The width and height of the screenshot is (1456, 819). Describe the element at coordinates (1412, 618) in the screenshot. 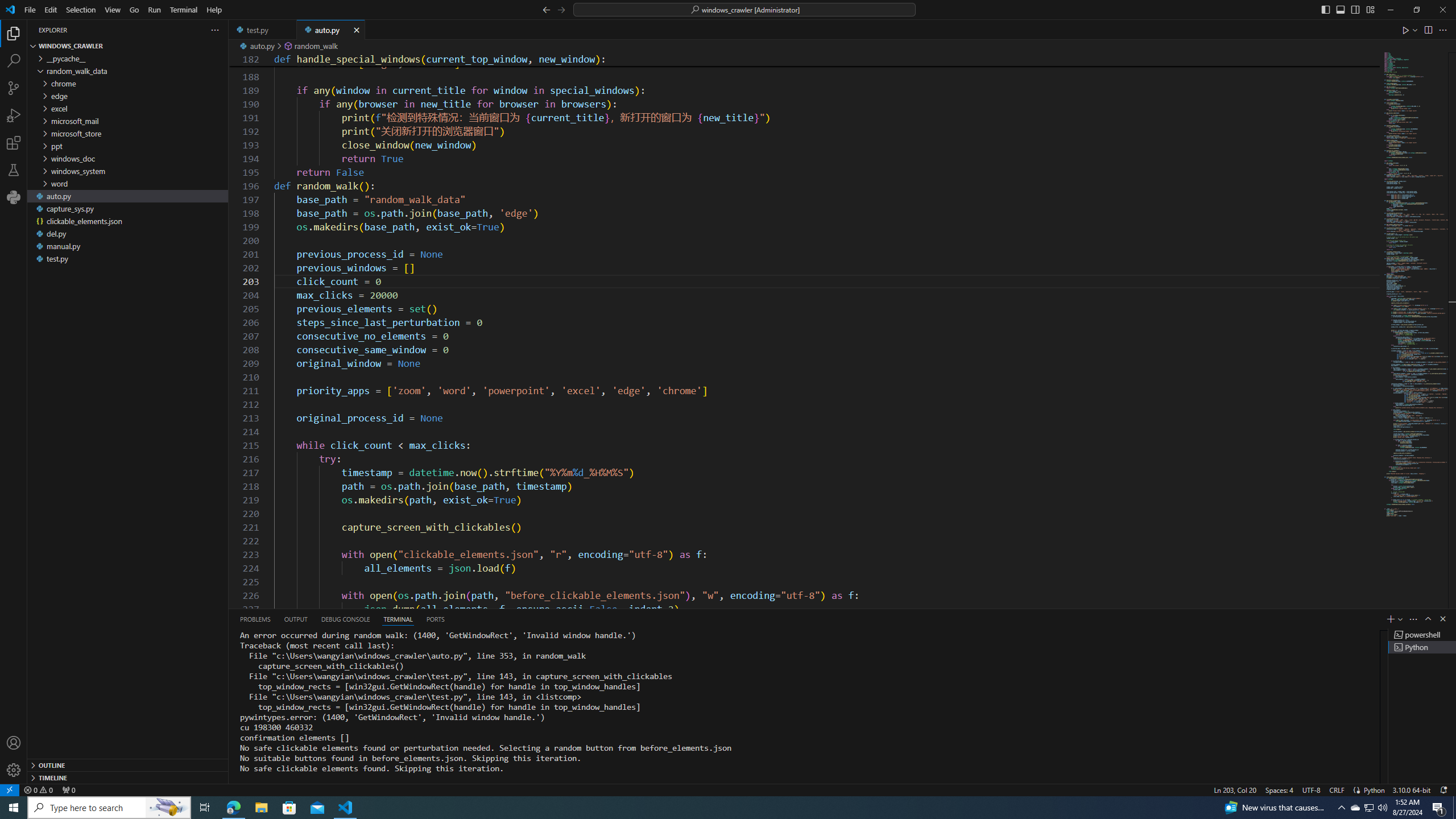

I see `'Views and More Actions...'` at that location.